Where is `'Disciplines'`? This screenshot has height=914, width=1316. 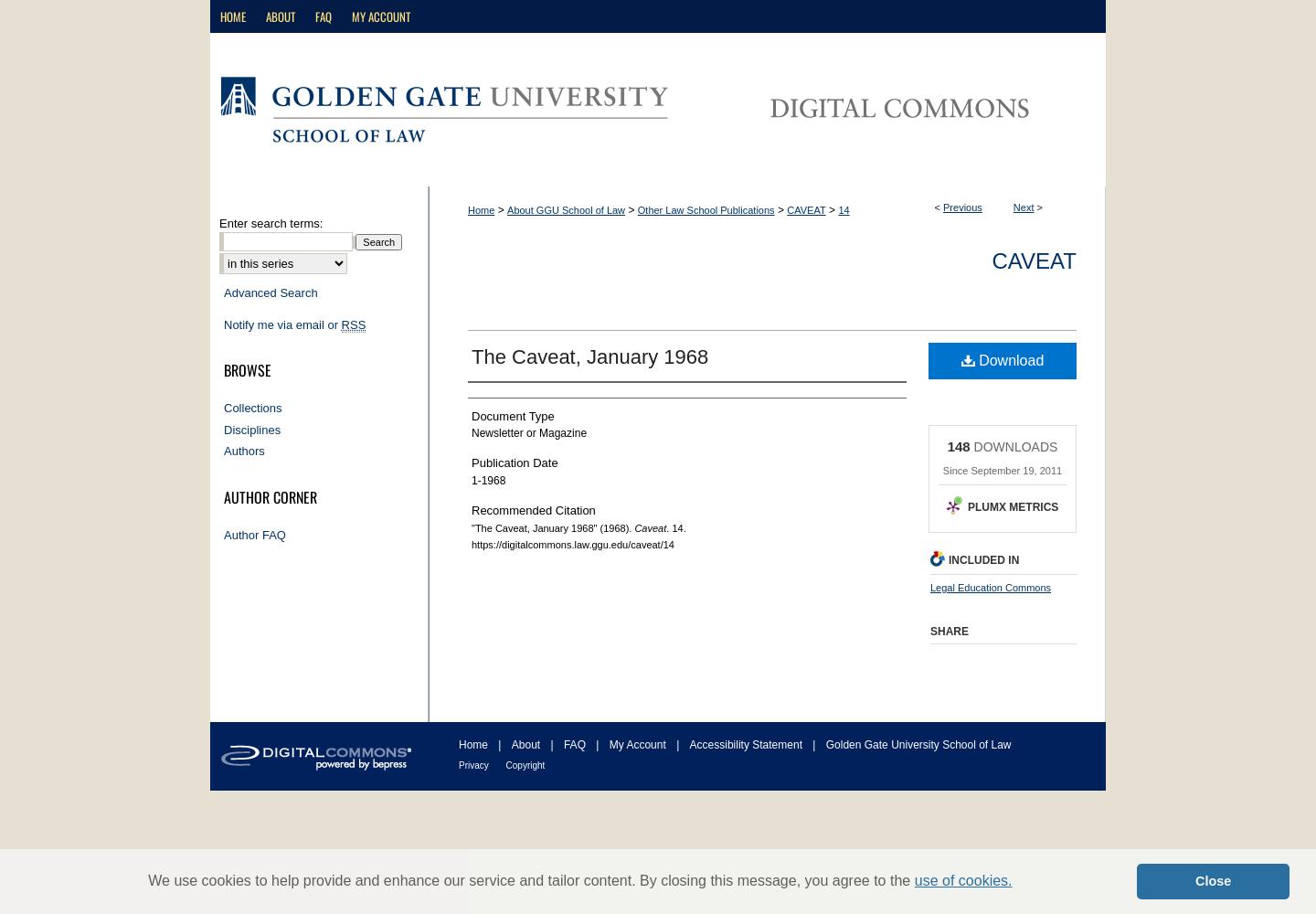 'Disciplines' is located at coordinates (251, 428).